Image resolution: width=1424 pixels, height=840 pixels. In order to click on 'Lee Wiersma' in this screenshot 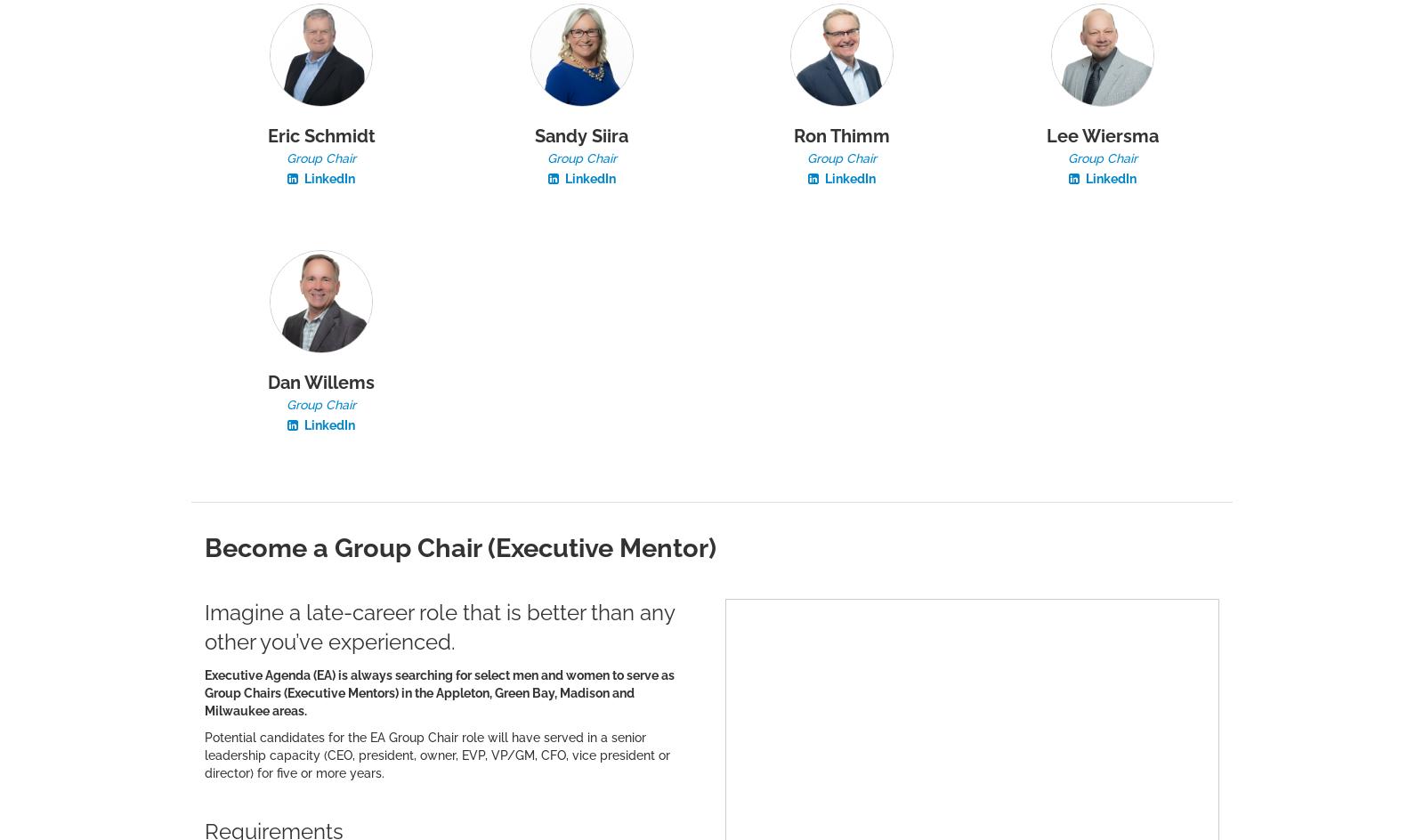, I will do `click(1100, 135)`.